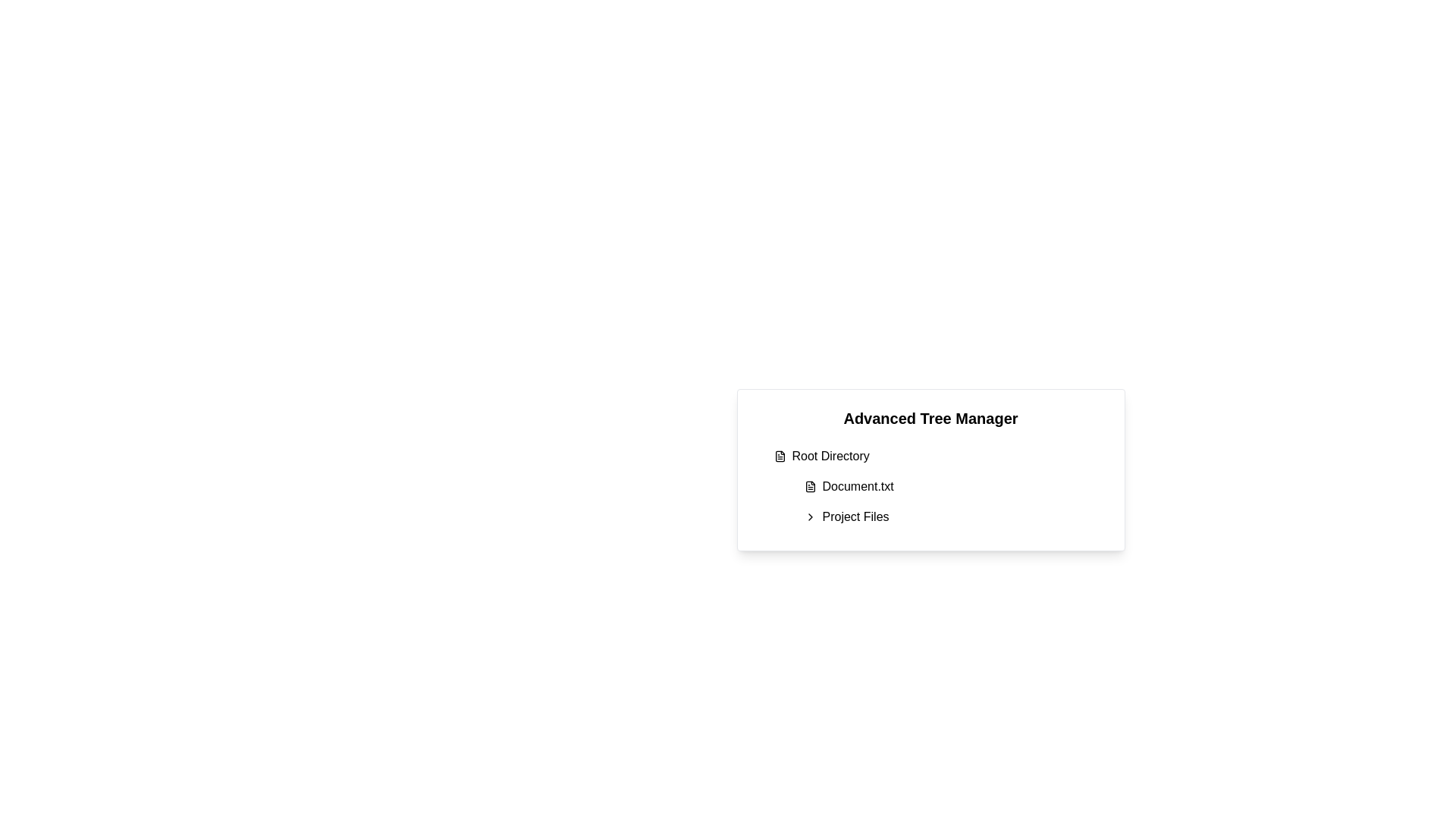  Describe the element at coordinates (809, 516) in the screenshot. I see `the 'Project Files' icon, which is positioned left of the text label and serves as a toggle for the associated tree view` at that location.